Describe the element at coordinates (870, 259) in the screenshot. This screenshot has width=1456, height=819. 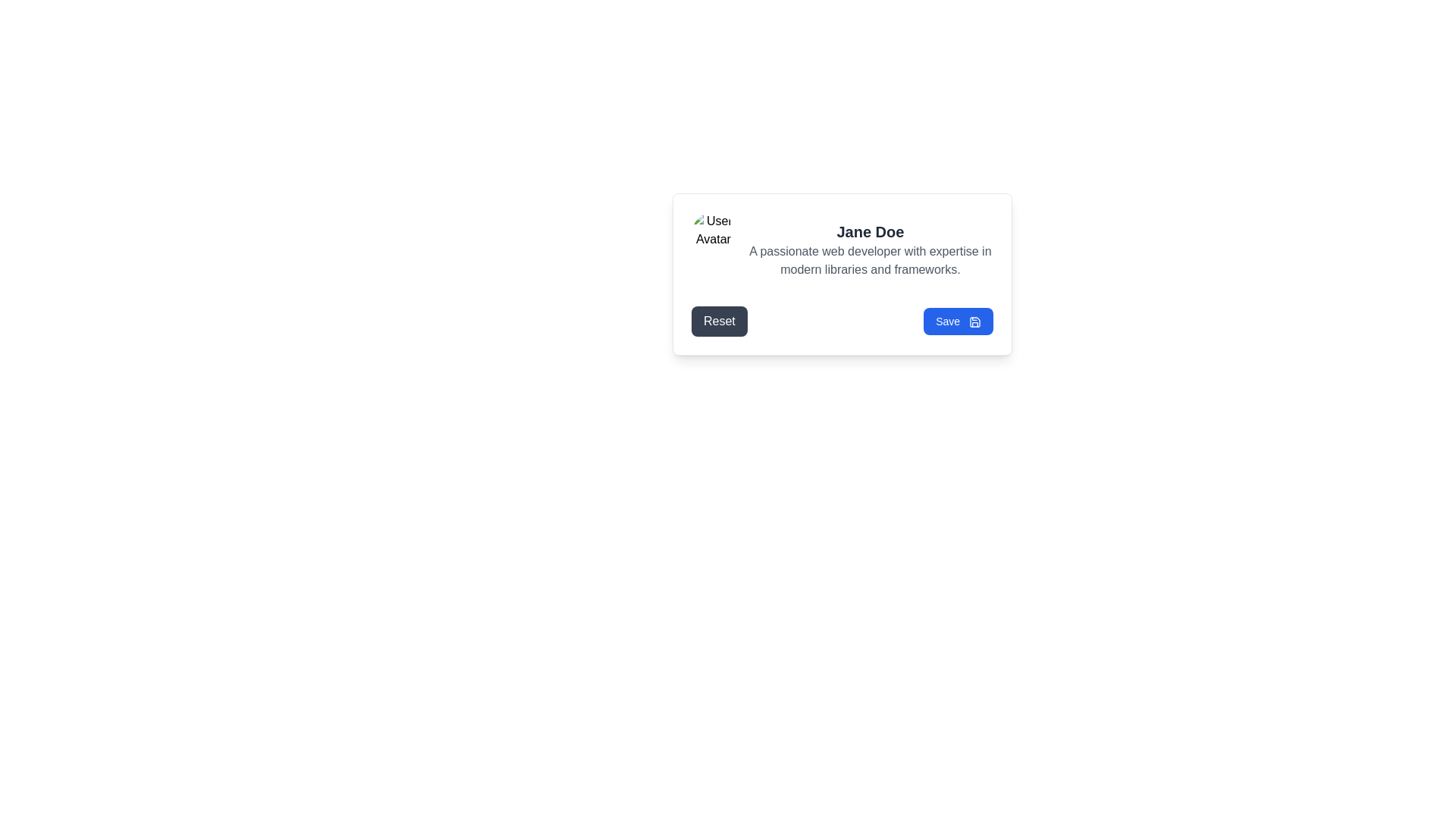
I see `the text display element that provides additional professional details about the user 'Jane Doe', located directly below the name in the user profile card` at that location.